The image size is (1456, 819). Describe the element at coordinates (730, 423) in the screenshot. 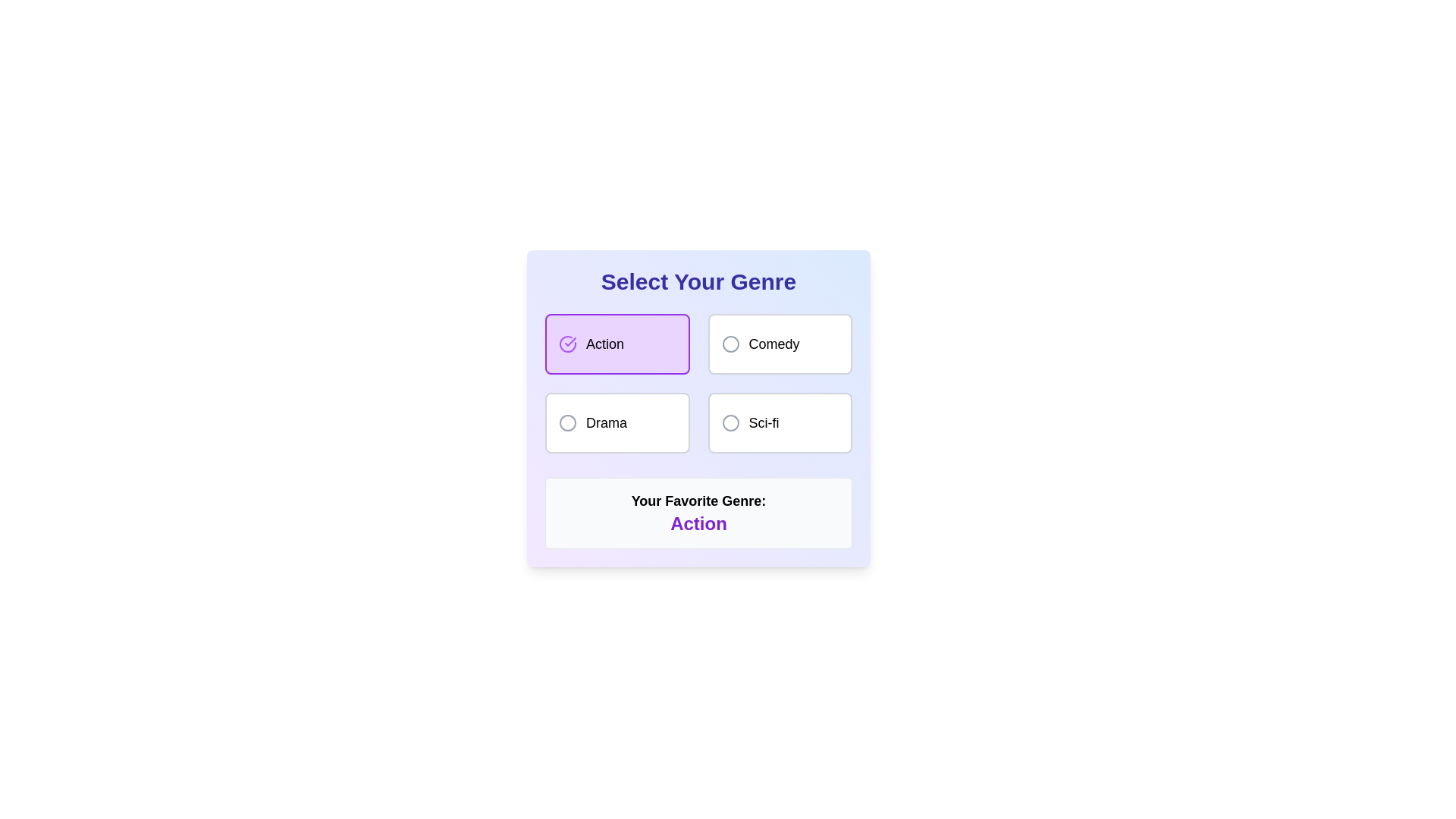

I see `the circular radio button indicator (SVG circle) located in the 'Sci-fi' option's area among the genre selection buttons` at that location.